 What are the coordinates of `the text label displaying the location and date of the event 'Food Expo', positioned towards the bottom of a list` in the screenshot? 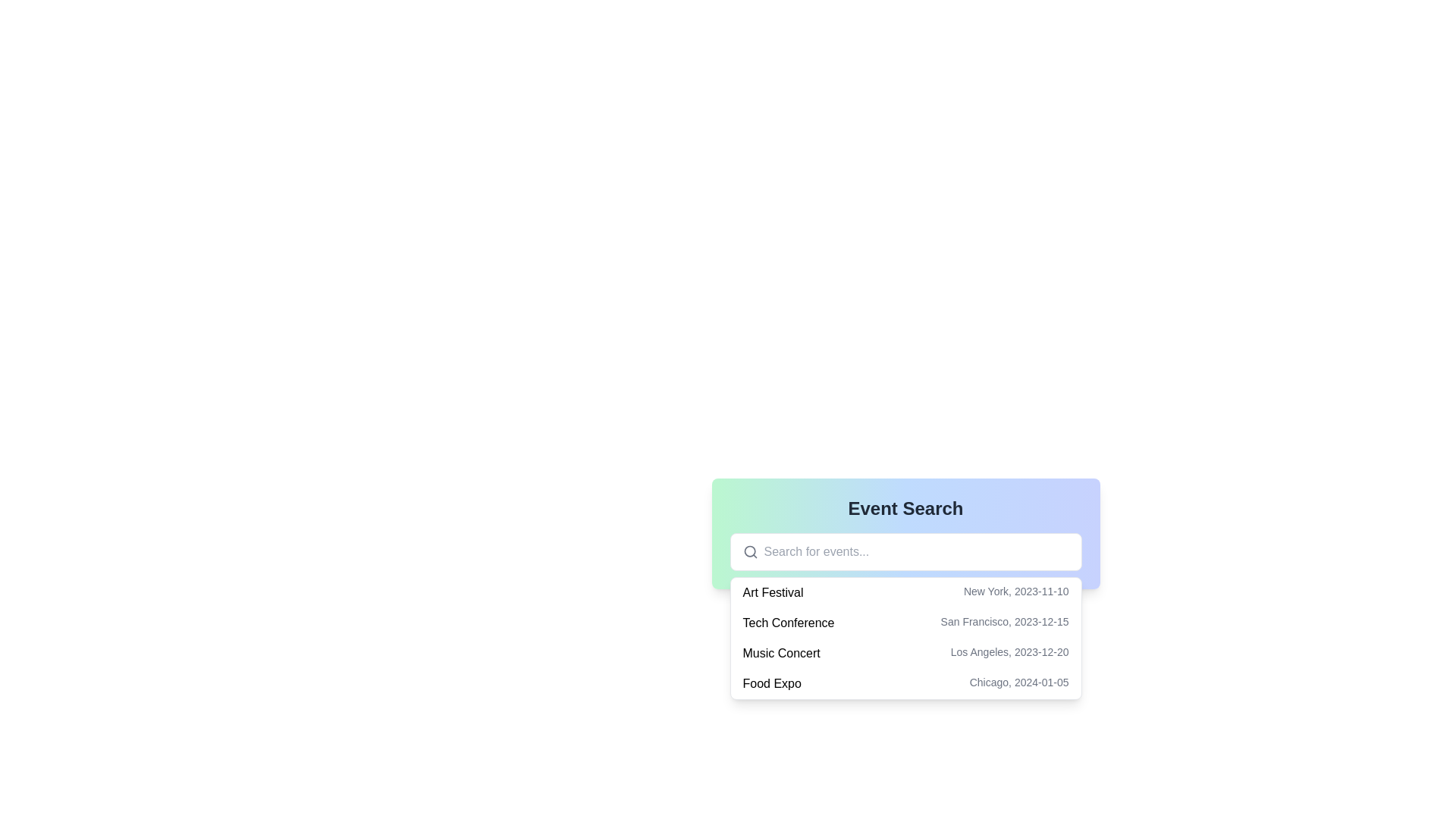 It's located at (1019, 684).